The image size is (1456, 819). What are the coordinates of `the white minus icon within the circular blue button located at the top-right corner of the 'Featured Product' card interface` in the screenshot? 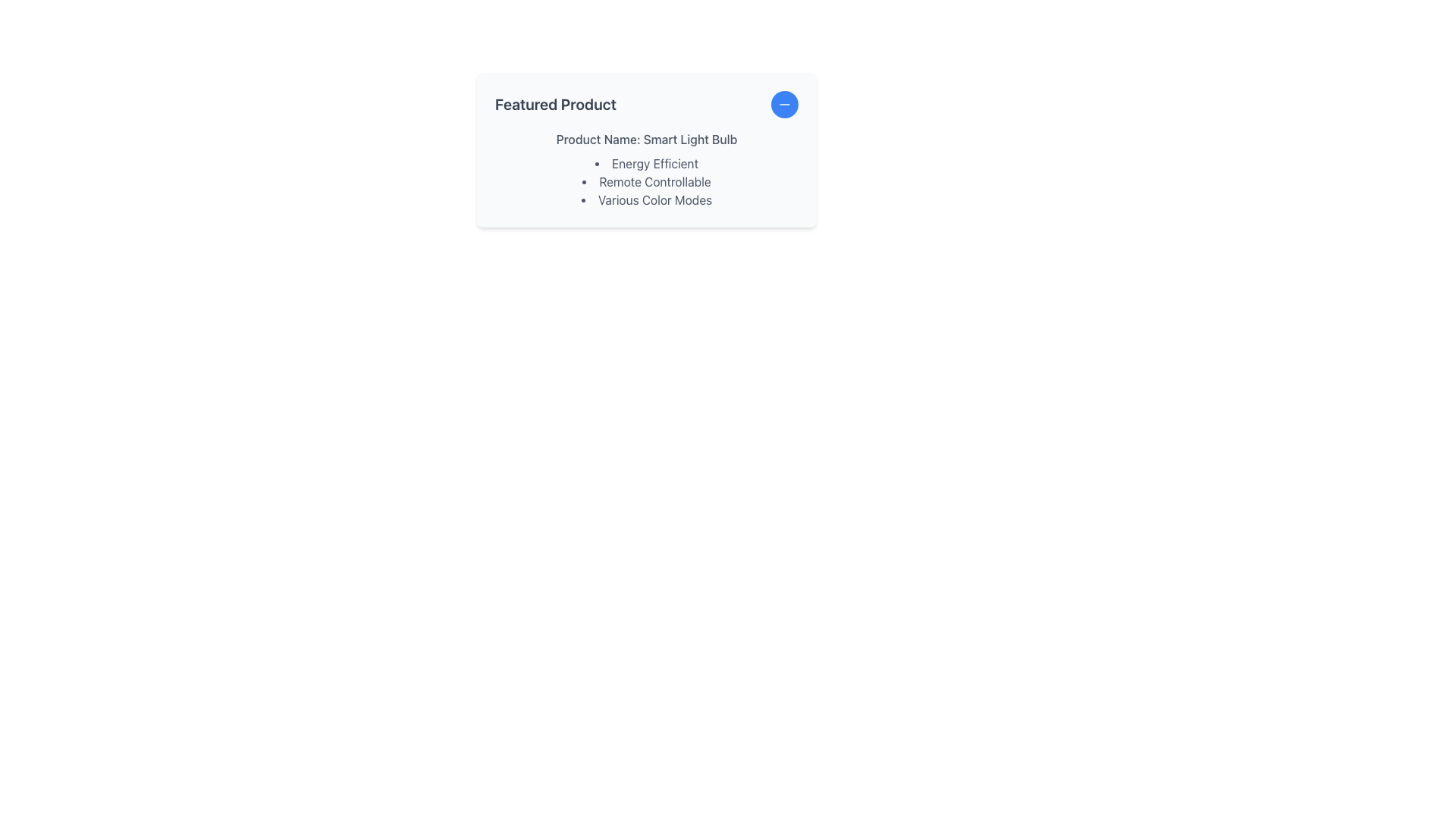 It's located at (785, 104).